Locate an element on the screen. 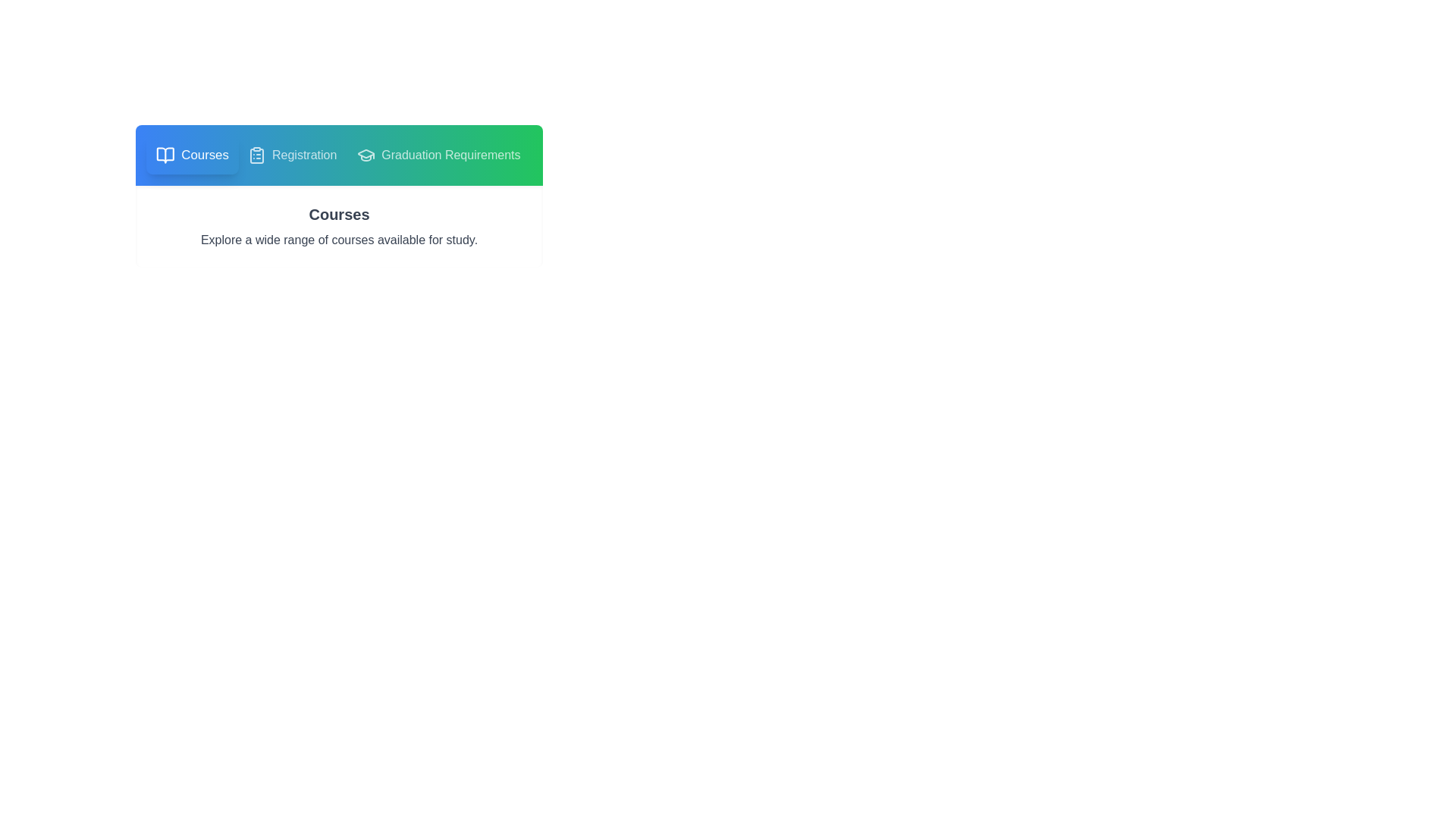 The width and height of the screenshot is (1456, 819). the tab labeled Courses is located at coordinates (192, 155).